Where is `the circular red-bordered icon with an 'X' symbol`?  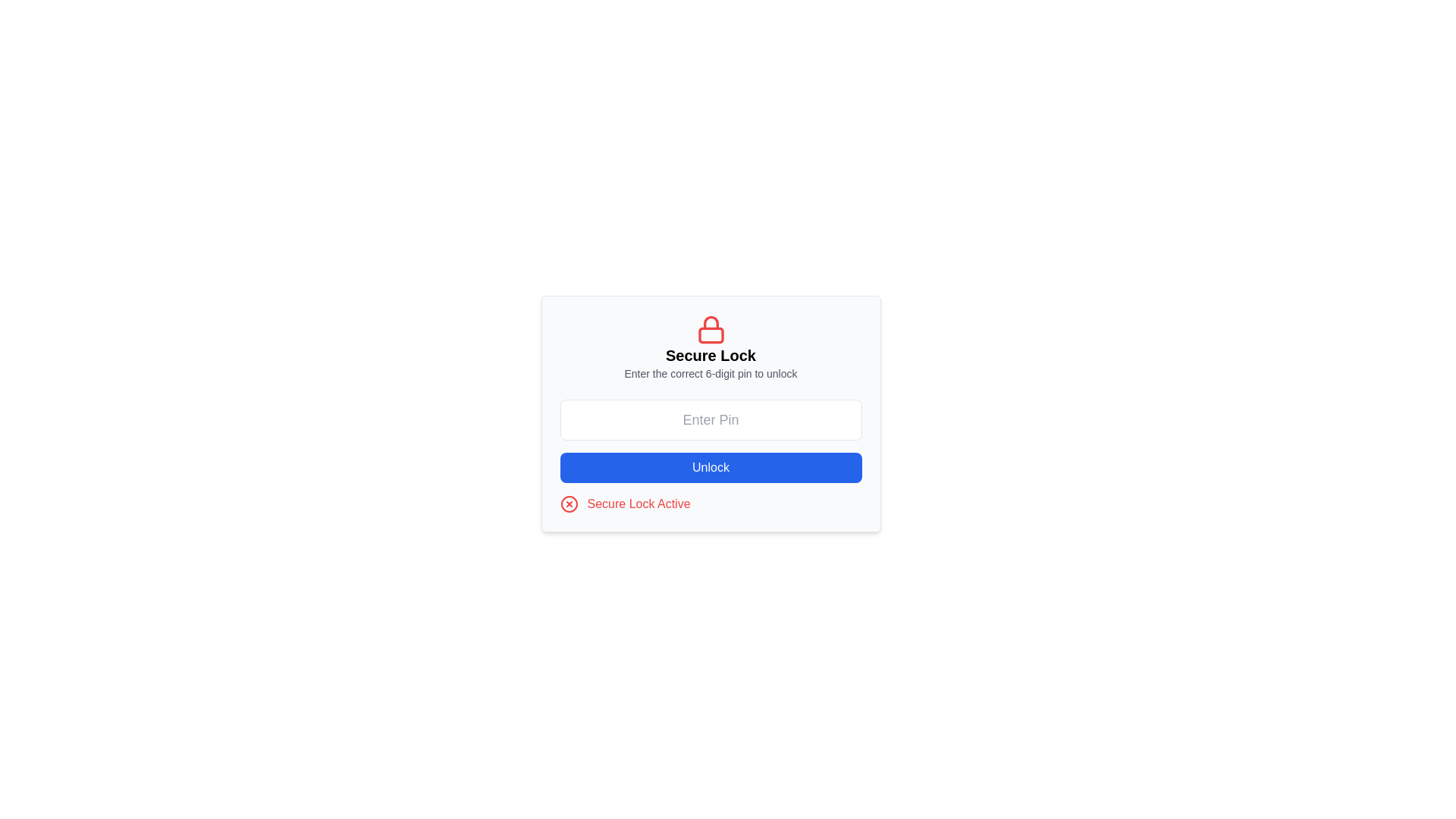
the circular red-bordered icon with an 'X' symbol is located at coordinates (568, 504).